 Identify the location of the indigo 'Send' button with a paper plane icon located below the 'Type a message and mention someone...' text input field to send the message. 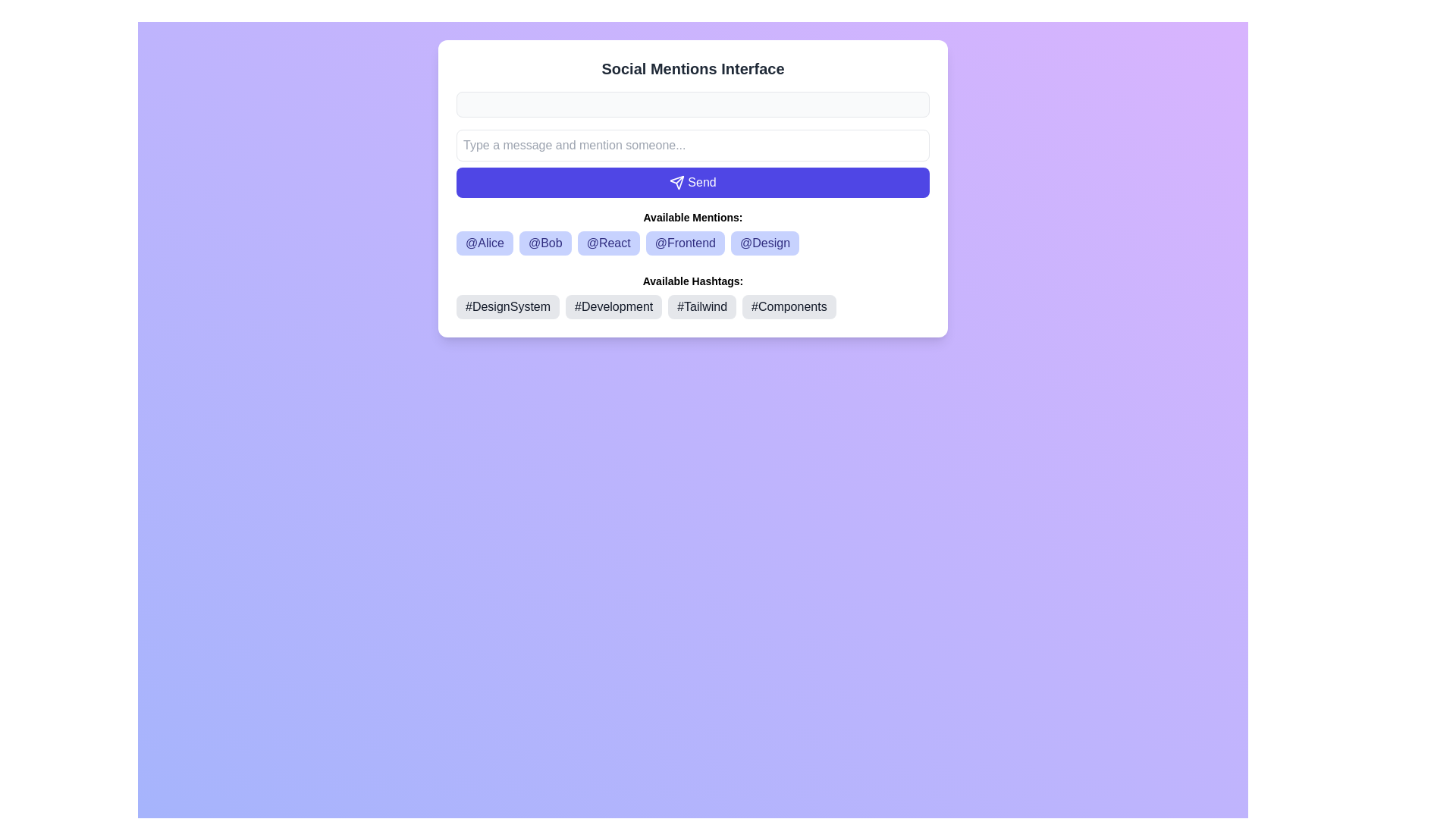
(692, 181).